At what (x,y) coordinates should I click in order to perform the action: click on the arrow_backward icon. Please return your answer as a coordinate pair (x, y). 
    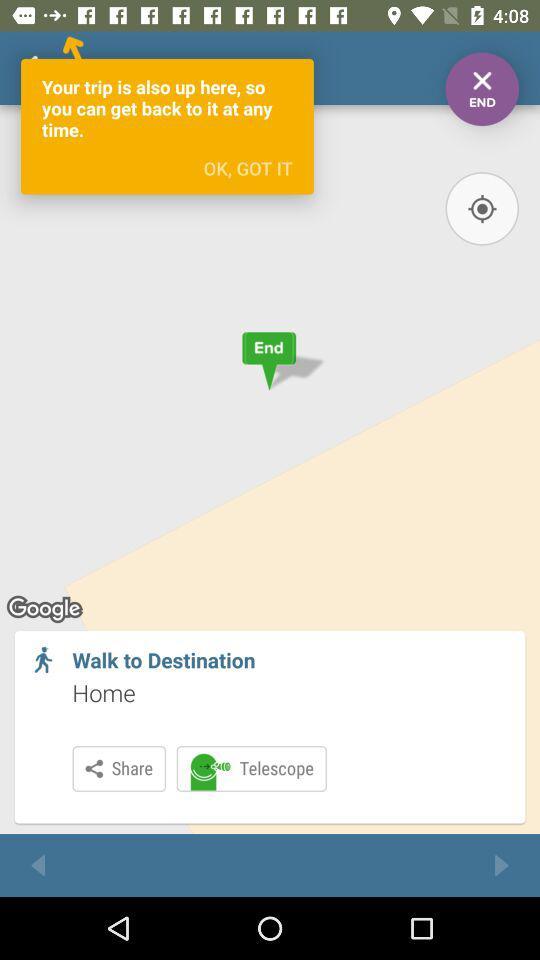
    Looking at the image, I should click on (38, 864).